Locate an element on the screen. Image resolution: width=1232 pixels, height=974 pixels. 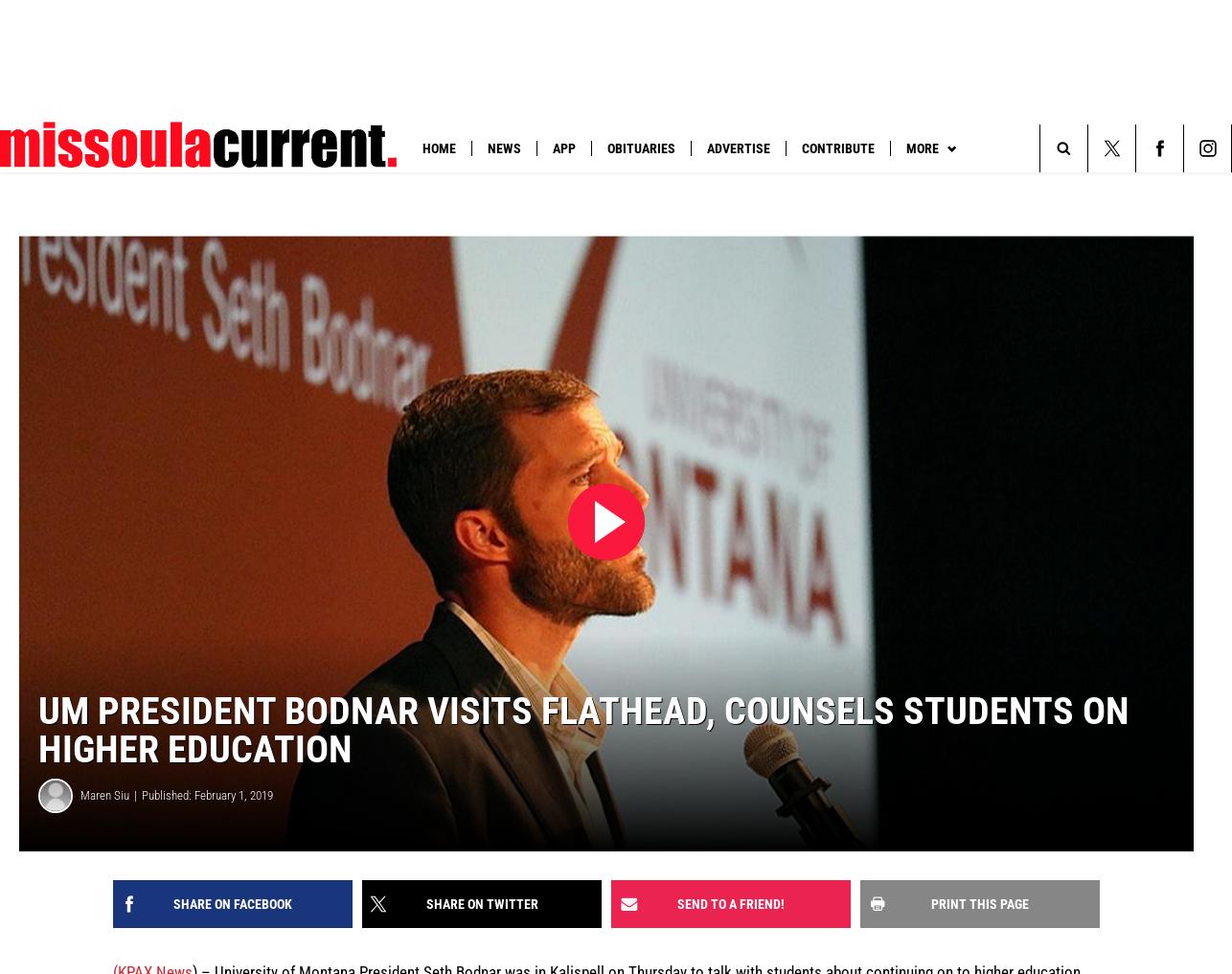
'UM President Bodnar visits Flathead, counsels students on higher education' is located at coordinates (582, 730).